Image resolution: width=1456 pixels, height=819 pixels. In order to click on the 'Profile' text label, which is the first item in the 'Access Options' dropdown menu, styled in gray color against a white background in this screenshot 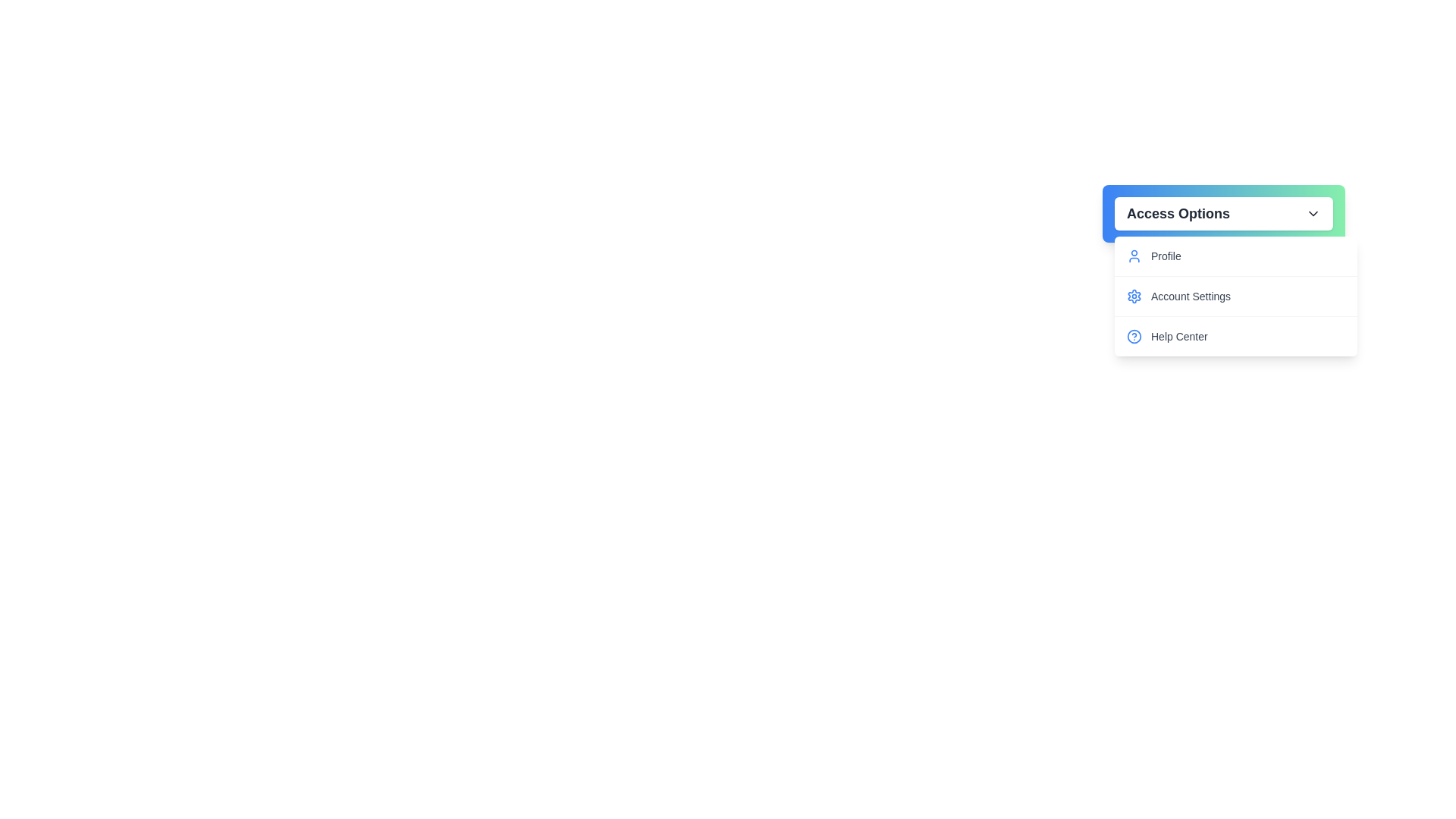, I will do `click(1165, 256)`.